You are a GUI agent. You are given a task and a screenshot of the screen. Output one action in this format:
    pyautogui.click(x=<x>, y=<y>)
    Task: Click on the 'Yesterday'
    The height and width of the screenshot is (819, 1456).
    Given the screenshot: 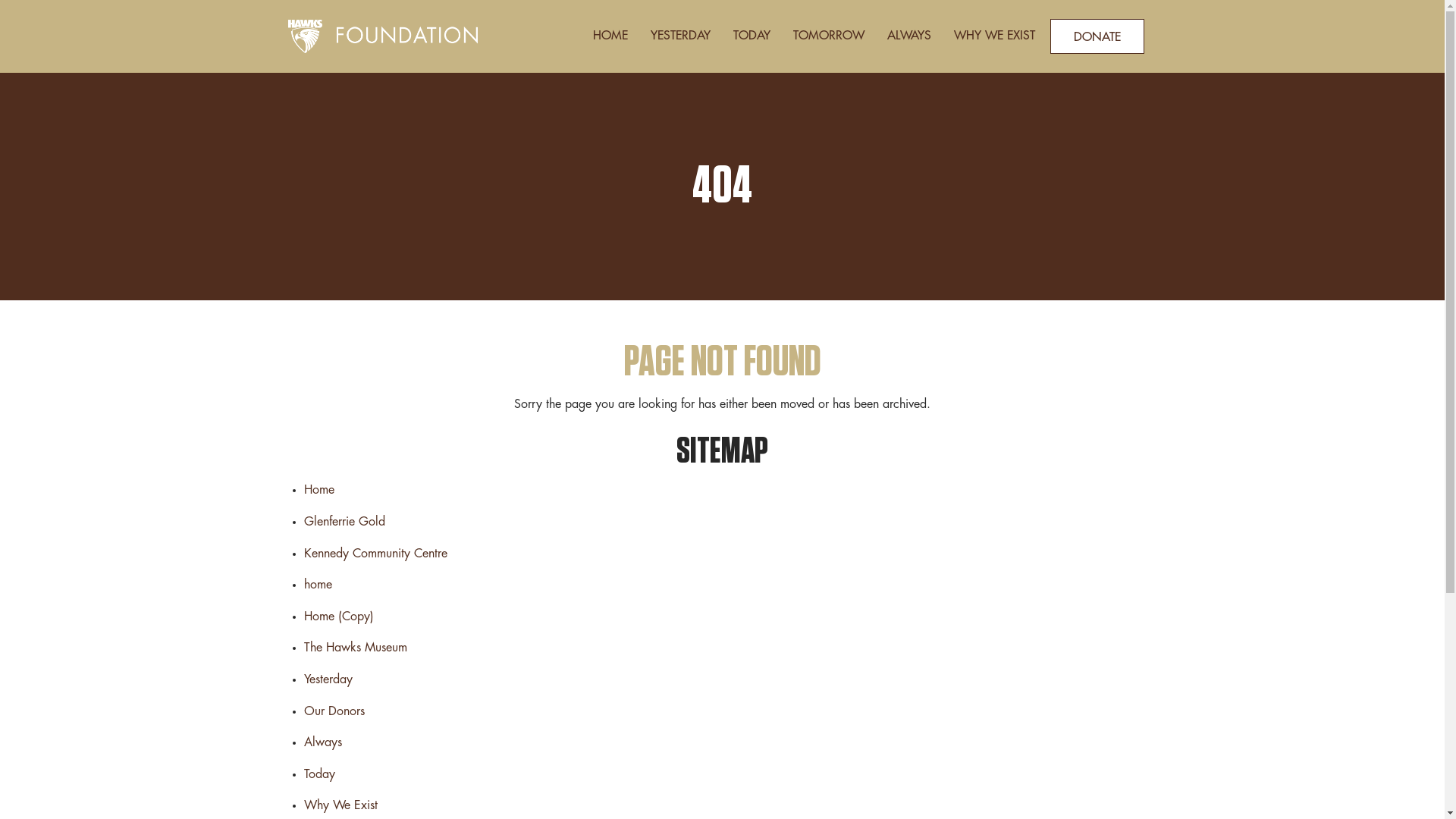 What is the action you would take?
    pyautogui.click(x=327, y=678)
    